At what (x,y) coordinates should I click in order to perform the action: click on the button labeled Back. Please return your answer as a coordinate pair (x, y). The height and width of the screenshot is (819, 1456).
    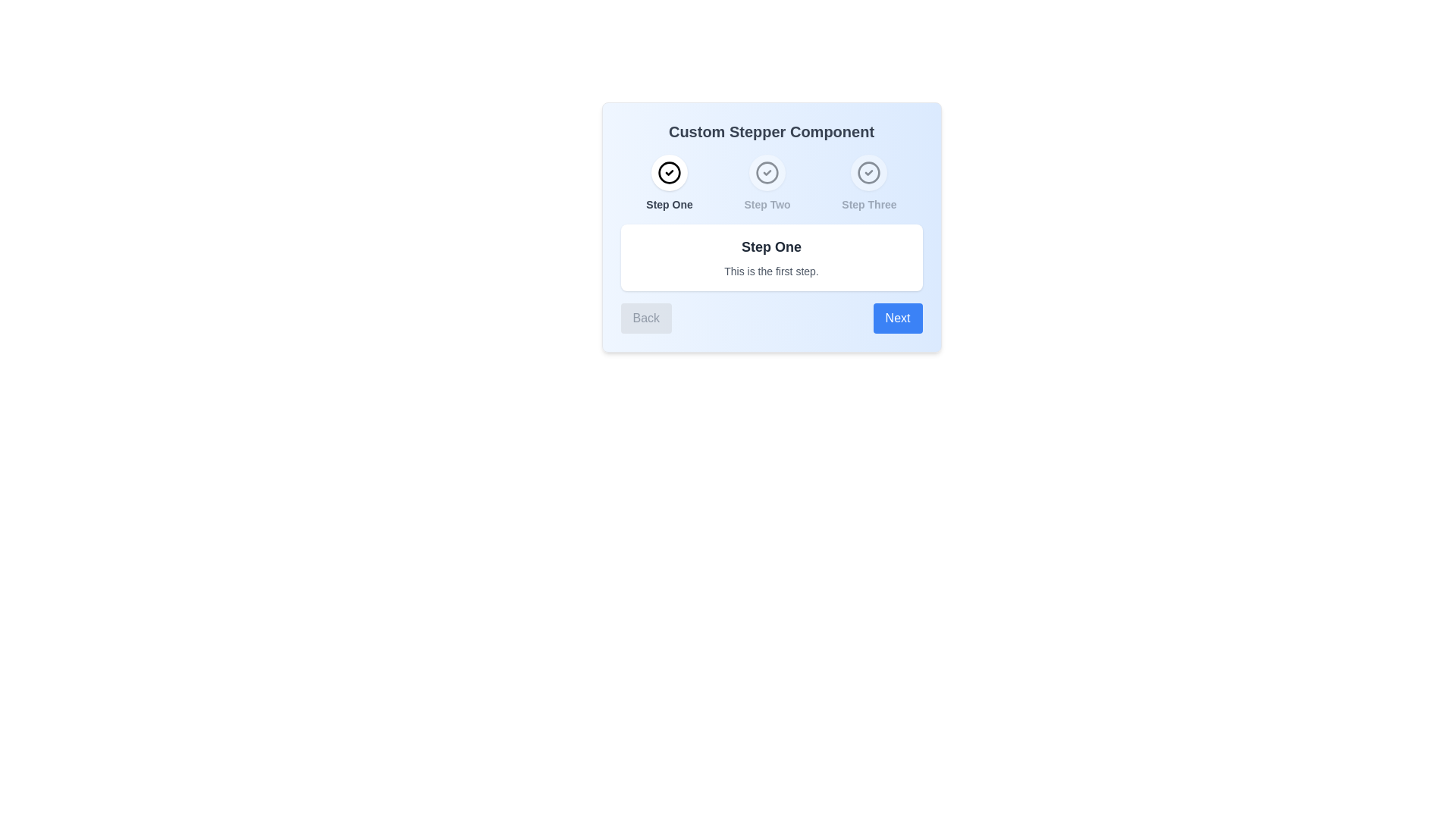
    Looking at the image, I should click on (646, 318).